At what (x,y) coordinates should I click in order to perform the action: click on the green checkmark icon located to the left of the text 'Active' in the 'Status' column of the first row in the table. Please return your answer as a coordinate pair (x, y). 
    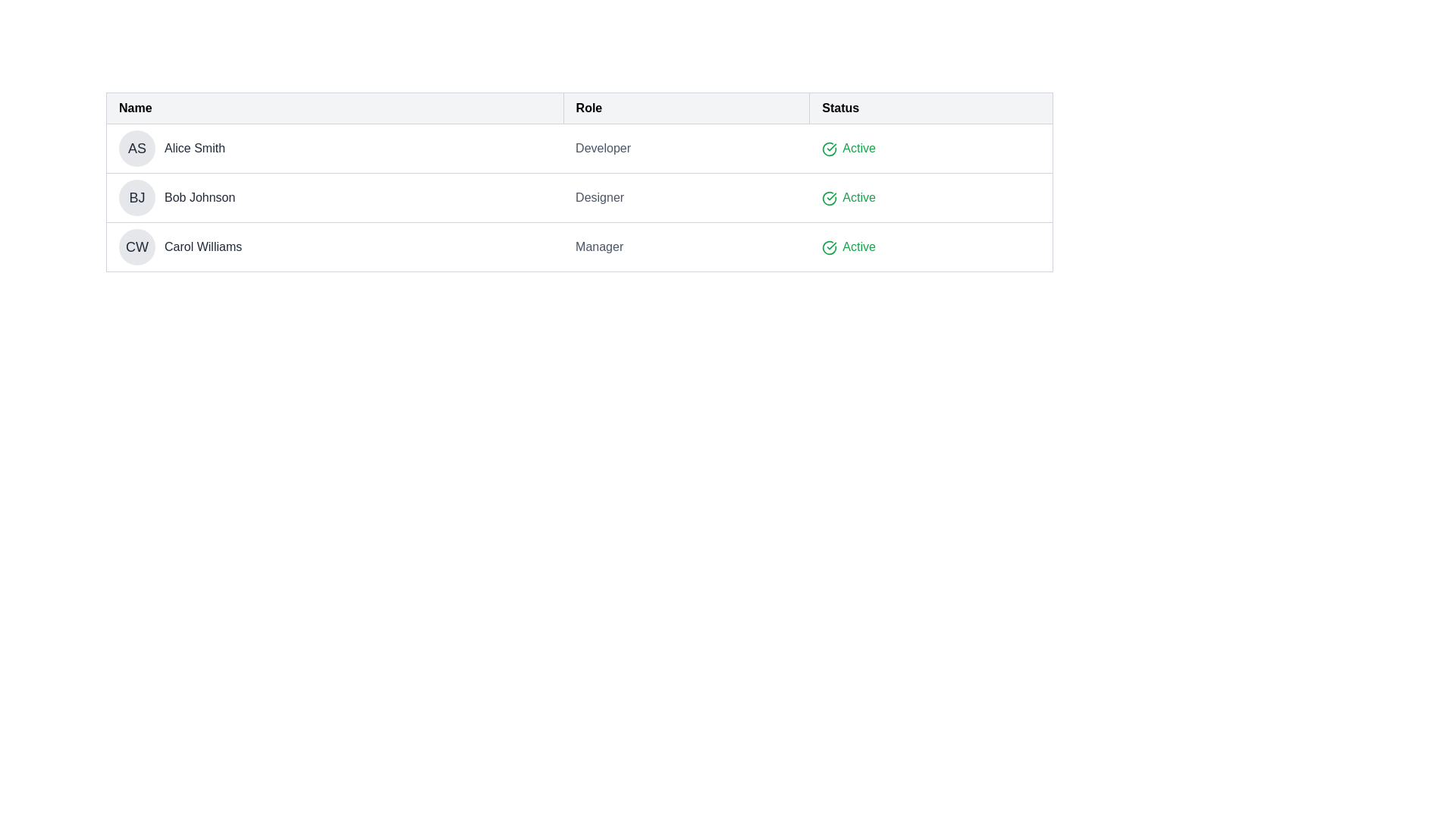
    Looking at the image, I should click on (828, 149).